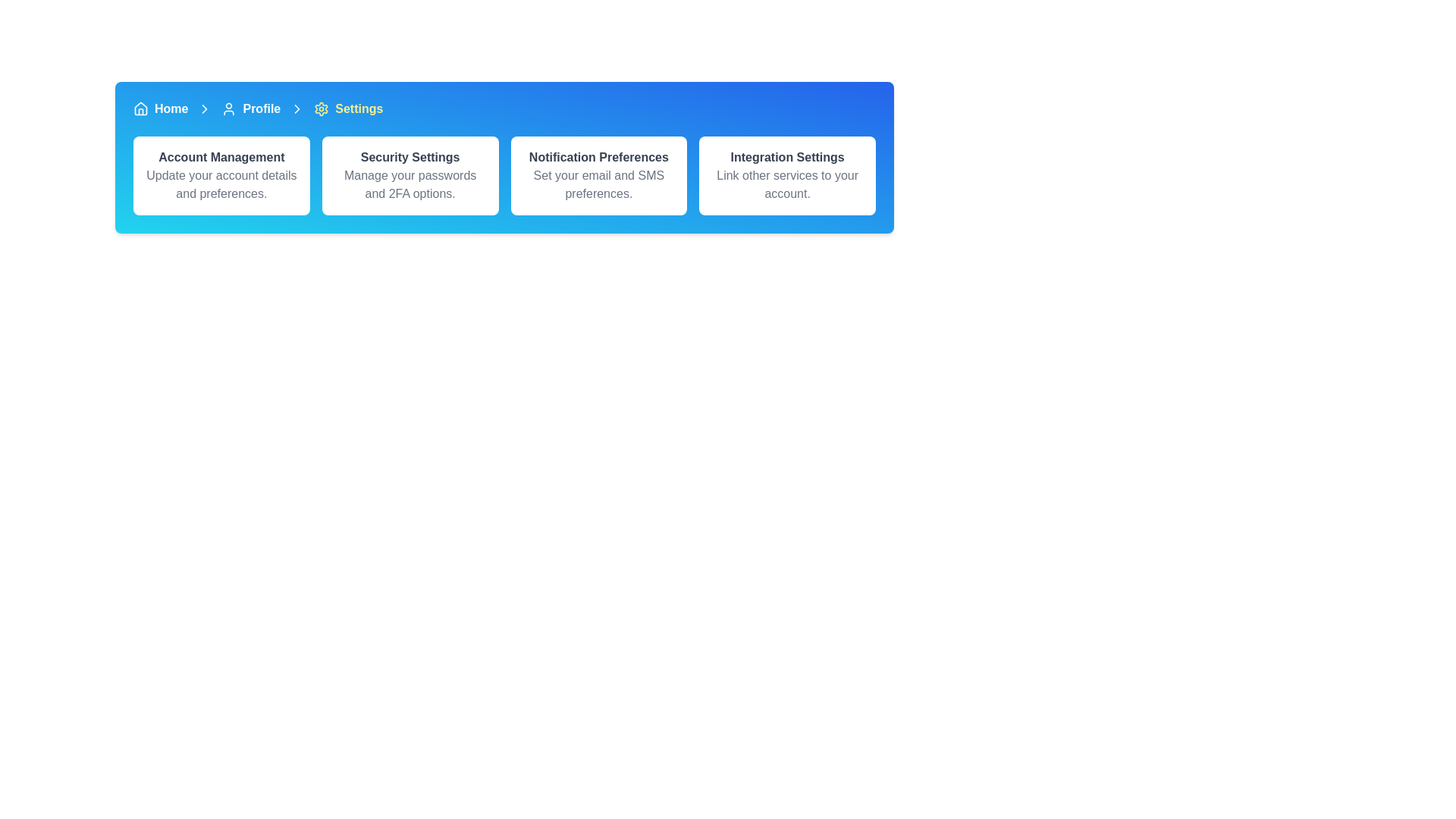 The width and height of the screenshot is (1456, 819). What do you see at coordinates (221, 184) in the screenshot?
I see `the text element that provides a descriptive explanation for the 'Account Management' card, located below it within a white card` at bounding box center [221, 184].